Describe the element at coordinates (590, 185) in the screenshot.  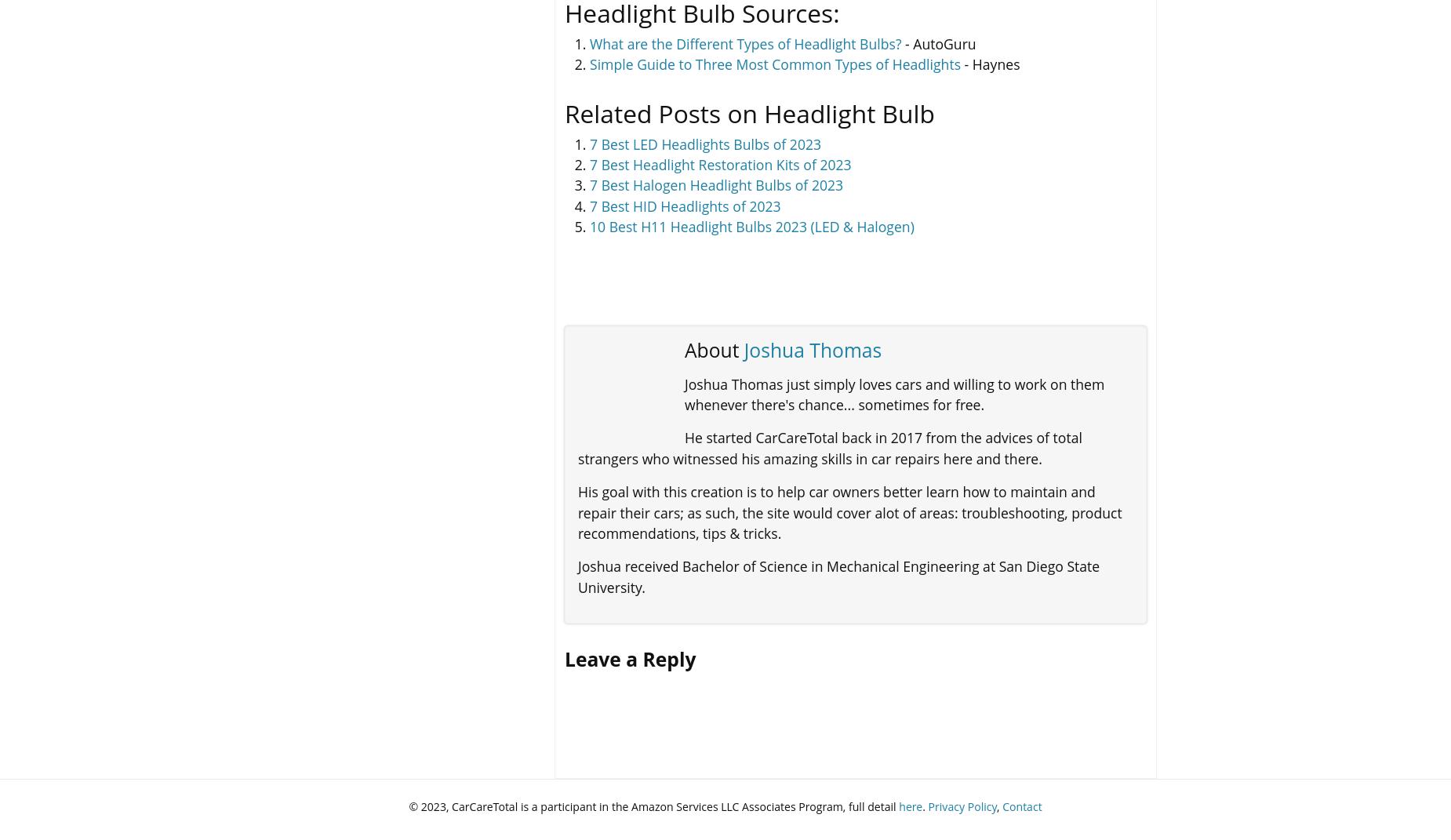
I see `'7 Best Halogen Headlight Bulbs of 2023'` at that location.